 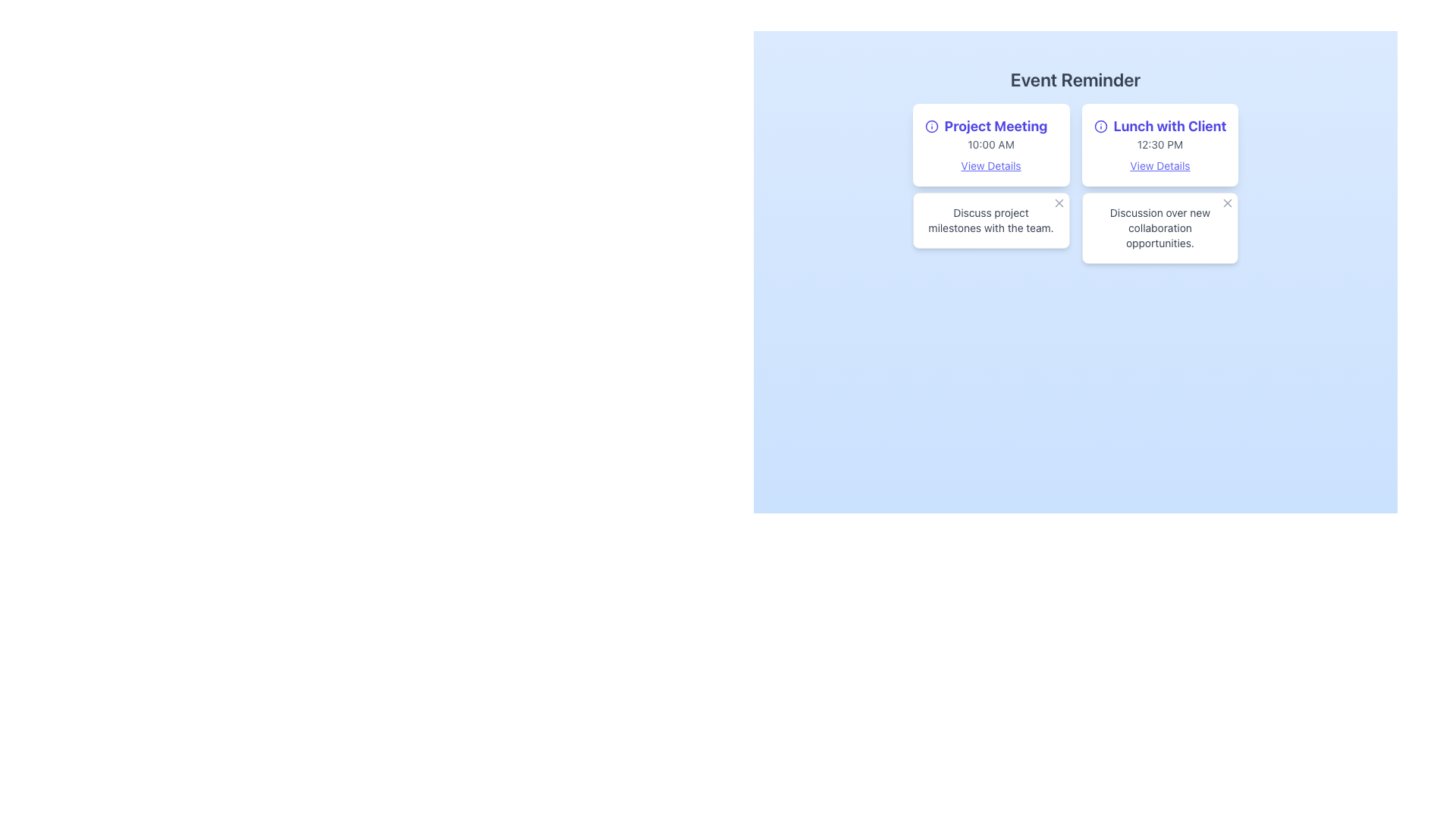 What do you see at coordinates (1100, 125) in the screenshot?
I see `the blue circular icon located next to the 'Lunch with Client' text in the second event card under the 'Event Reminder' header` at bounding box center [1100, 125].